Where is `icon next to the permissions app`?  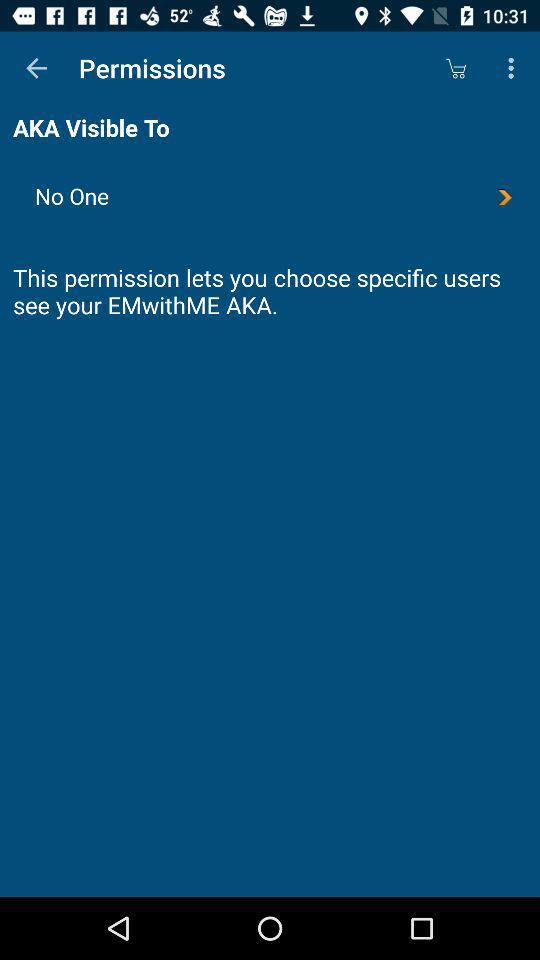 icon next to the permissions app is located at coordinates (455, 68).